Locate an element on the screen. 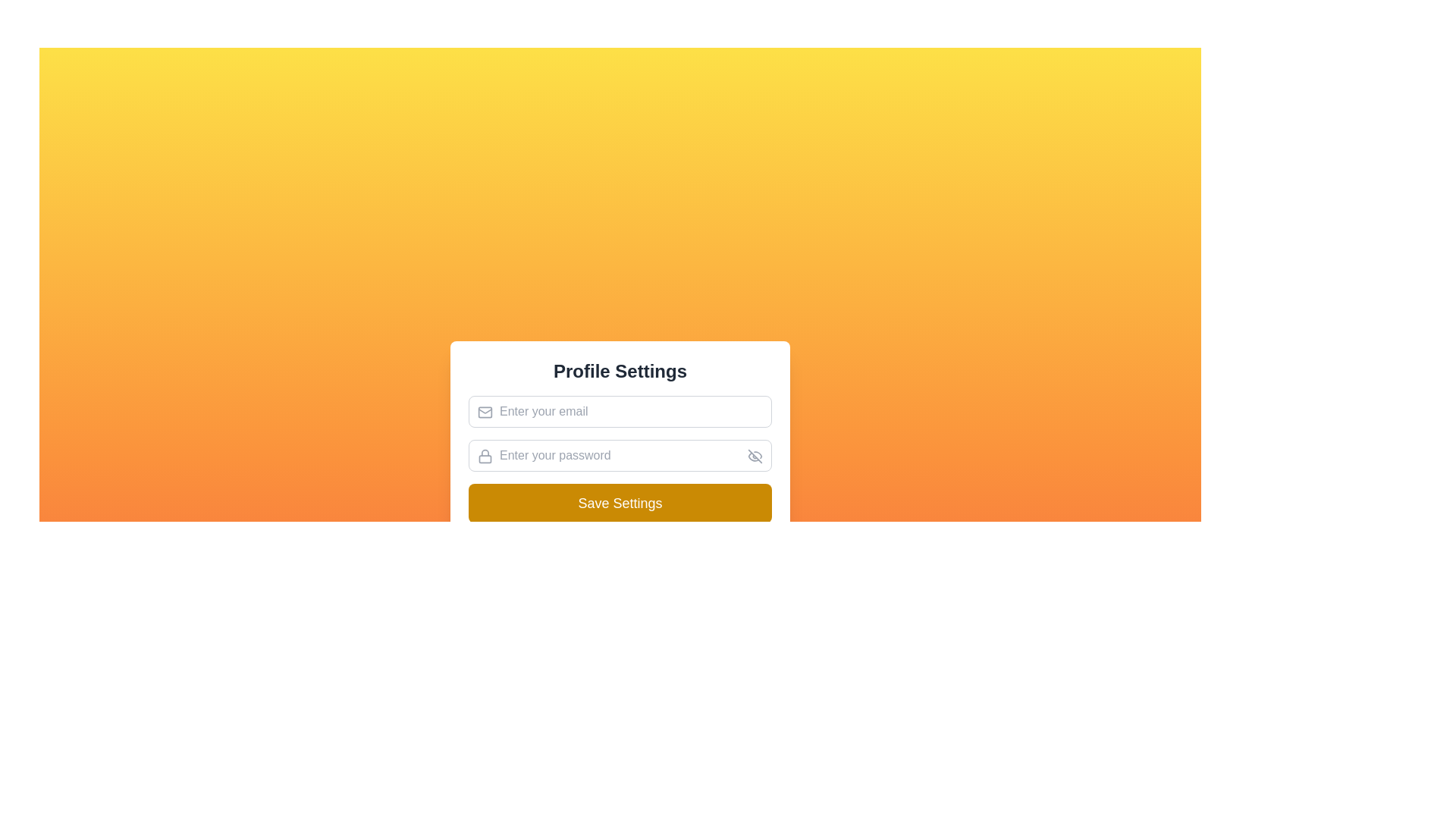 This screenshot has height=819, width=1456. the 'Save Settings' button with a yellow-orange background is located at coordinates (620, 503).